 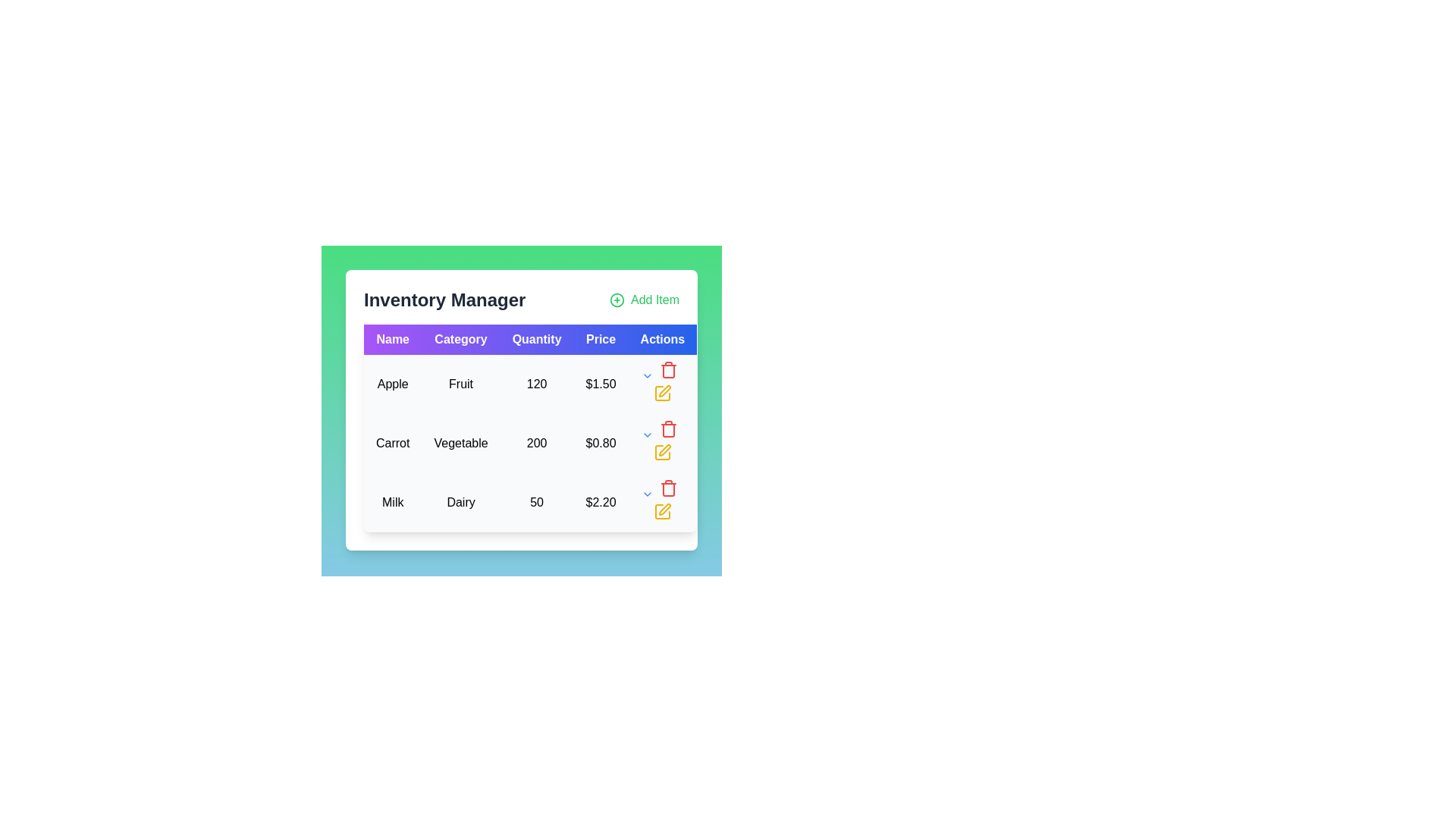 What do you see at coordinates (617, 300) in the screenshot?
I see `the SVG Circle element that serves as the visual boundary for the 'Add Item' button icon located in the top-right corner of the 'Inventory Manager' card` at bounding box center [617, 300].